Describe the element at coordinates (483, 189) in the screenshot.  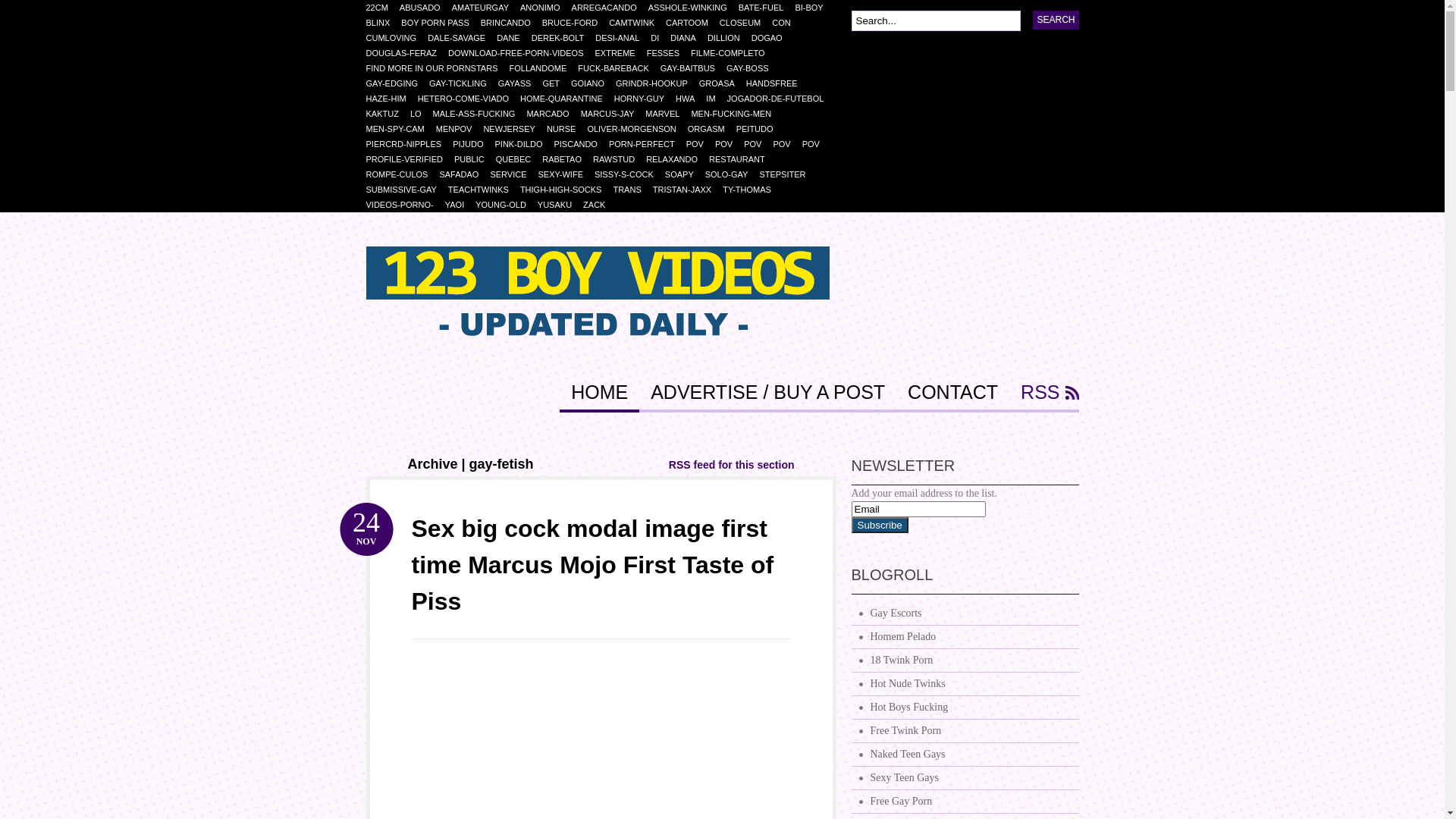
I see `'TEACHTWINKS'` at that location.